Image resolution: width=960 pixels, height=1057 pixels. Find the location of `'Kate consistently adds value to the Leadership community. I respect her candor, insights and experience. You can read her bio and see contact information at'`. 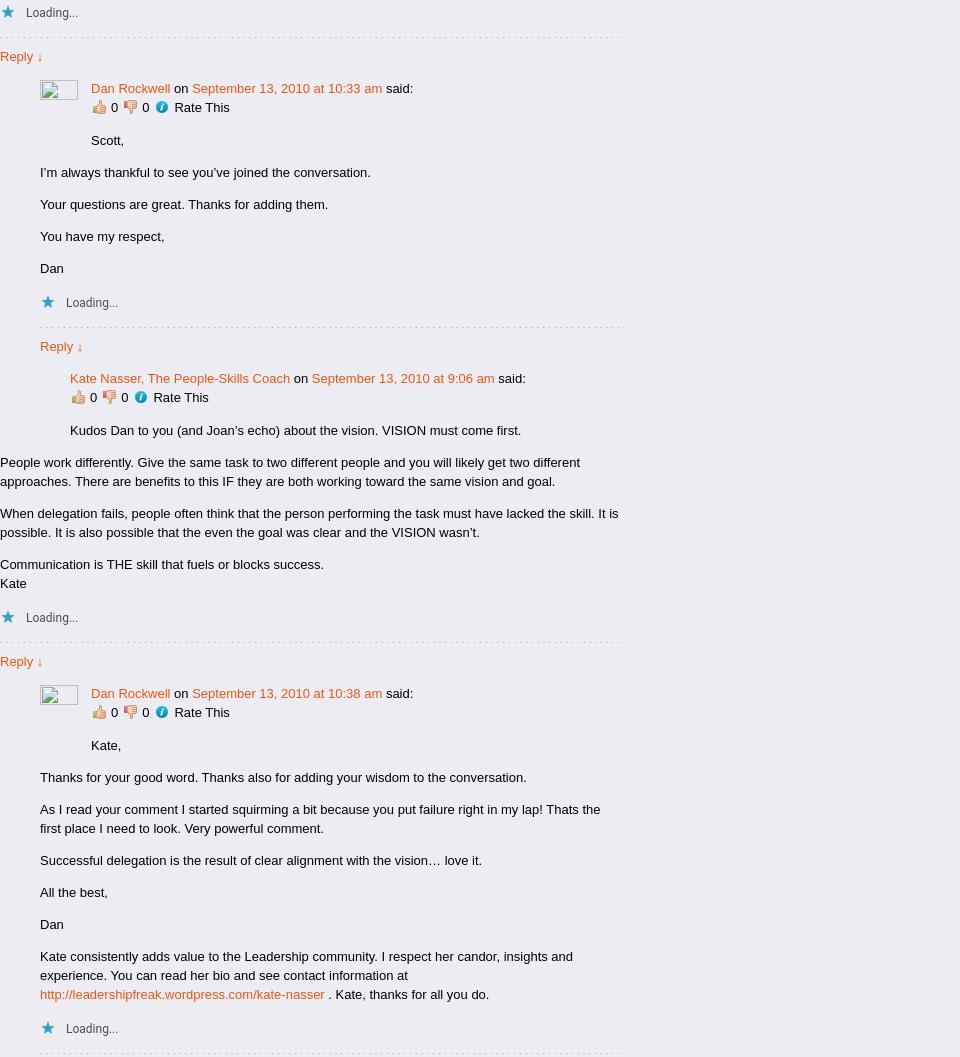

'Kate consistently adds value to the Leadership community. I respect her candor, insights and experience. You can read her bio and see contact information at' is located at coordinates (39, 965).